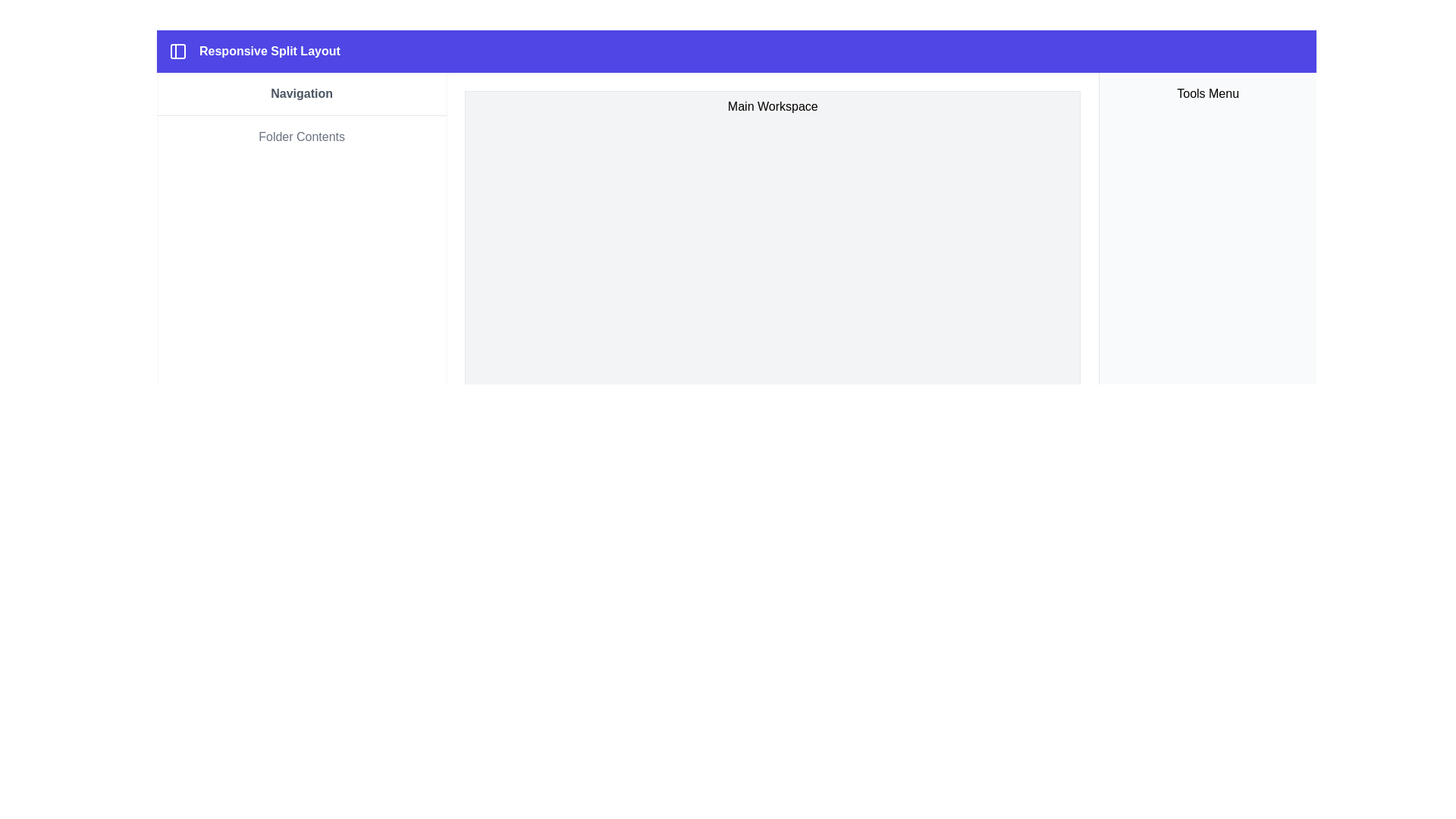 The image size is (1456, 819). I want to click on text label 'Responsive Split Layout' located in the top navigation header bar, aligned to the left of the interface, next to a split layout icon, so click(269, 51).